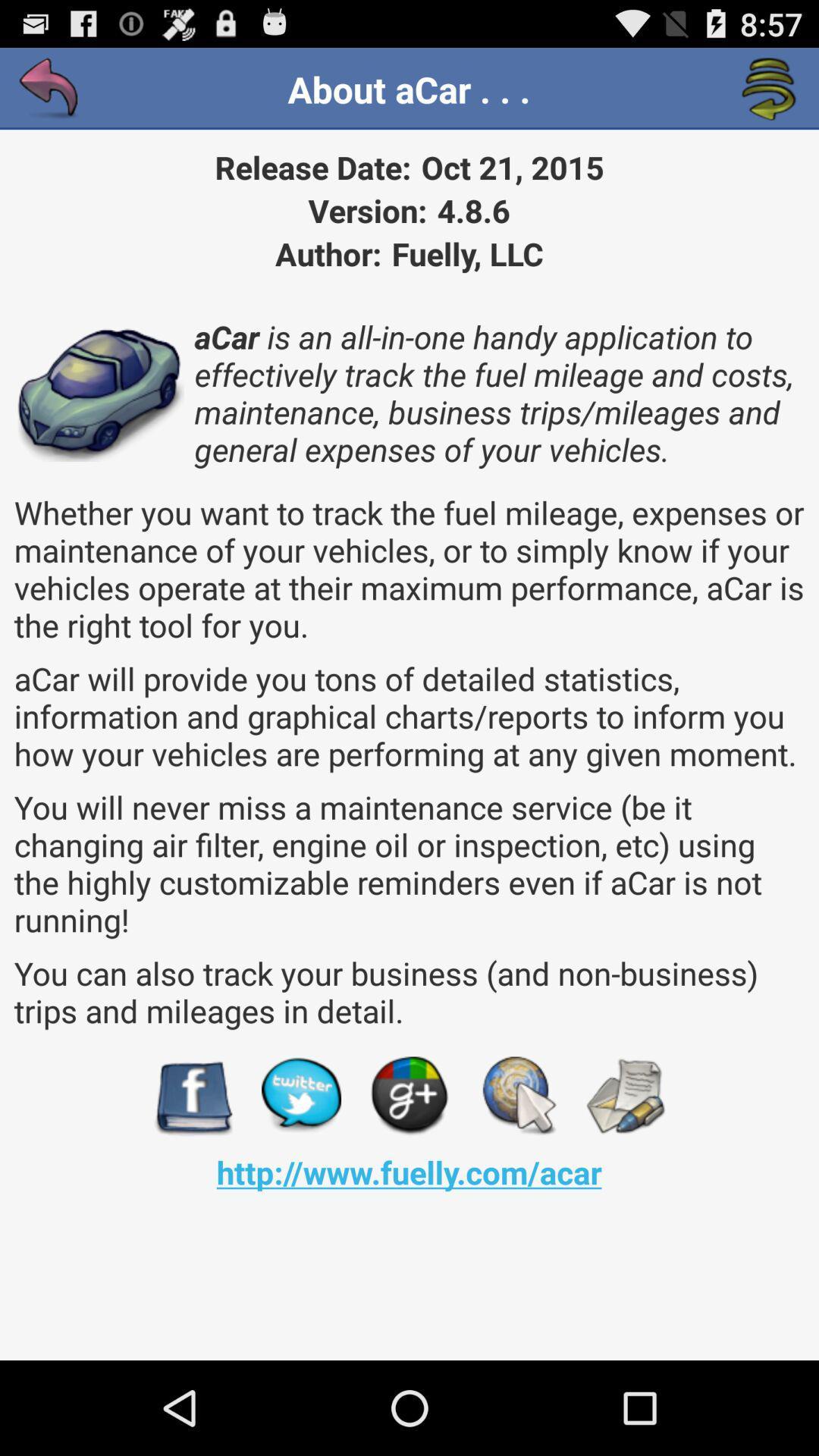 This screenshot has width=819, height=1456. I want to click on the facebook icon, so click(192, 1172).